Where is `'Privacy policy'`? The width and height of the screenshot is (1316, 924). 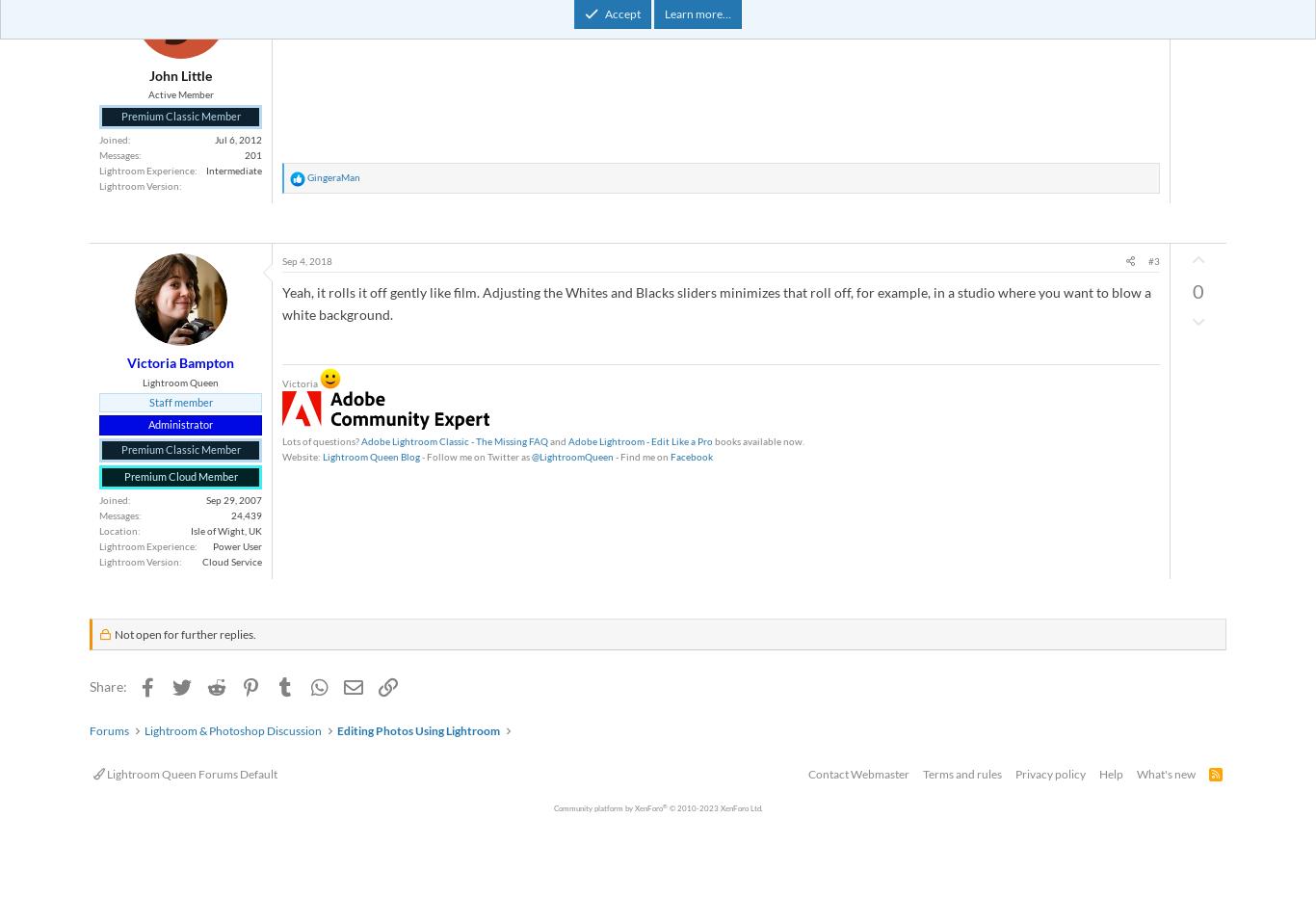 'Privacy policy' is located at coordinates (1049, 774).